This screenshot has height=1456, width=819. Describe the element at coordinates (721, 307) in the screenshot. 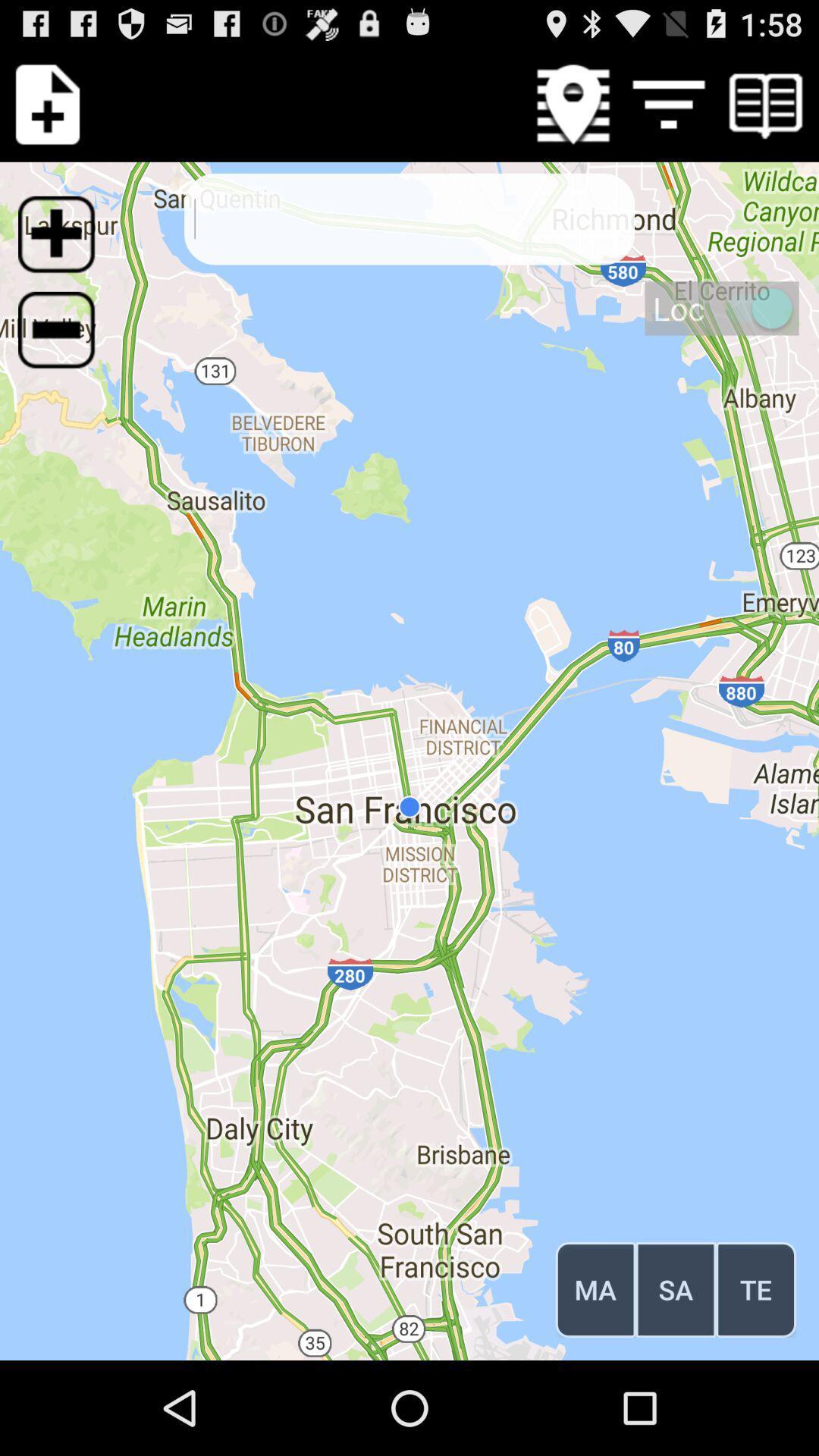

I see `loc` at that location.